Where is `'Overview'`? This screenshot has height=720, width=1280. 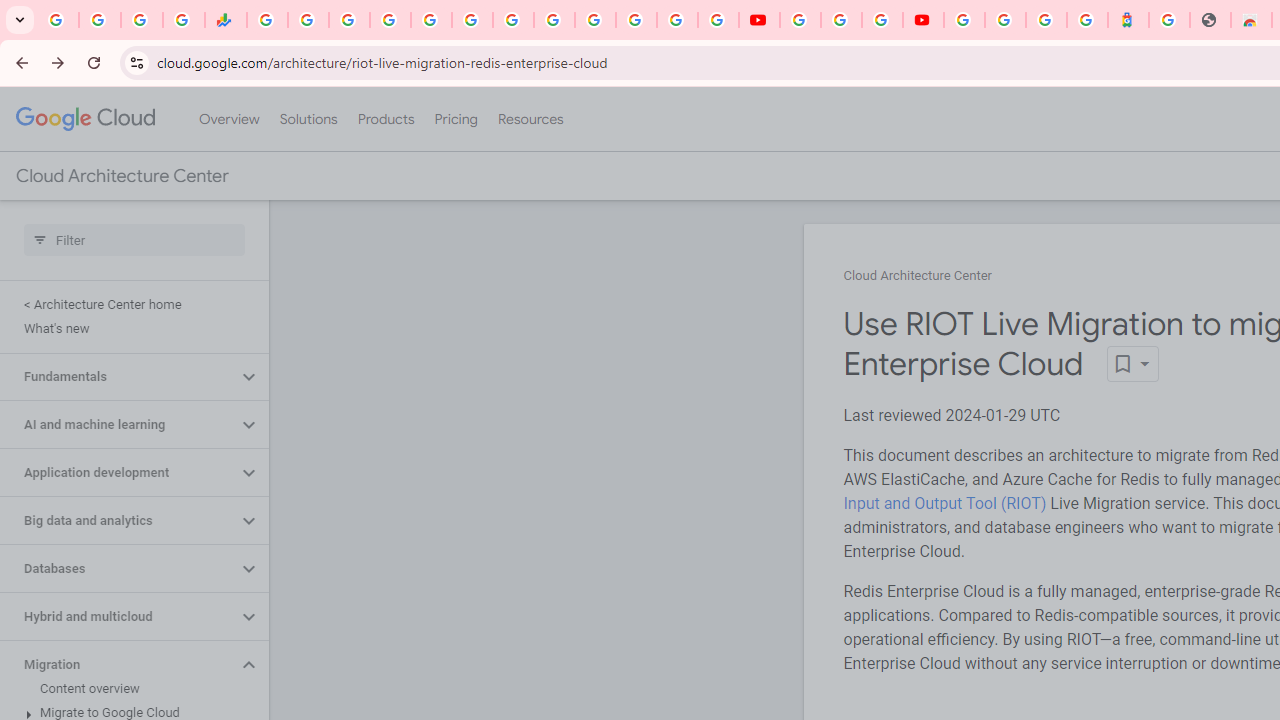
'Overview' is located at coordinates (229, 119).